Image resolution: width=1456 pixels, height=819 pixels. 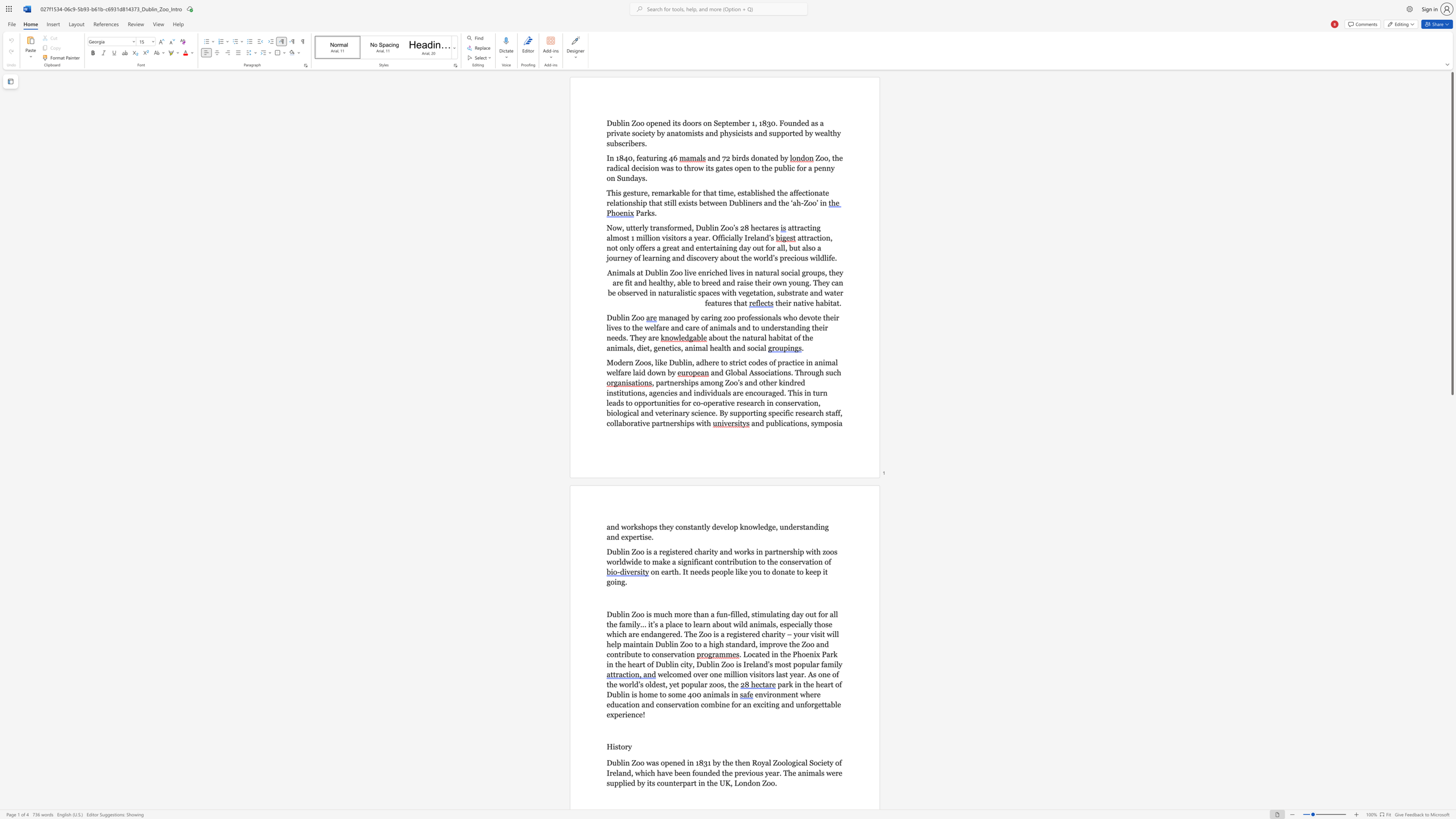 What do you see at coordinates (814, 664) in the screenshot?
I see `the 5th character "a" in the text` at bounding box center [814, 664].